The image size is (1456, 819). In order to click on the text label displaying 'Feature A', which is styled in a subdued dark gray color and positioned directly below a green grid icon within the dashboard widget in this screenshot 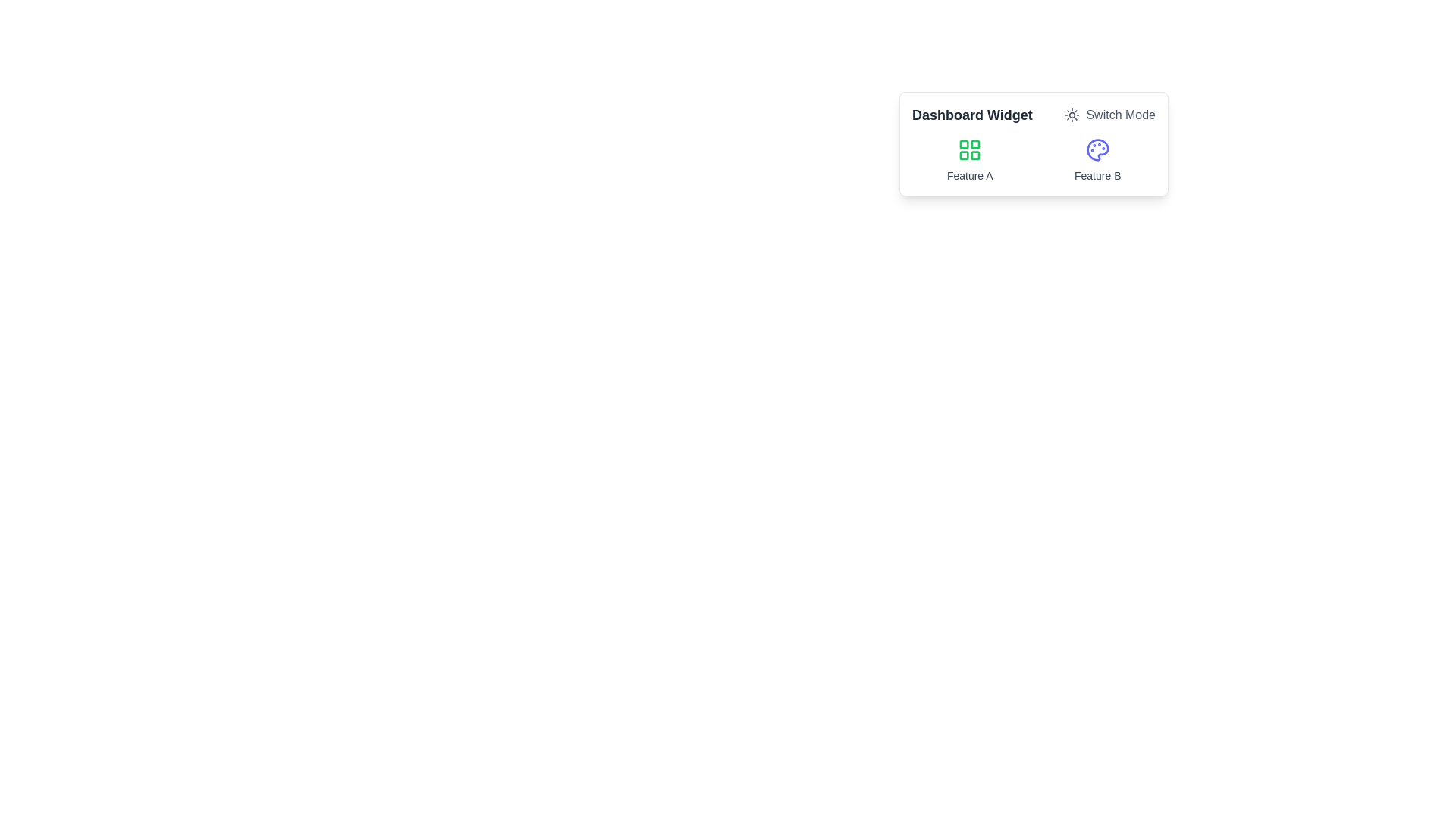, I will do `click(969, 174)`.